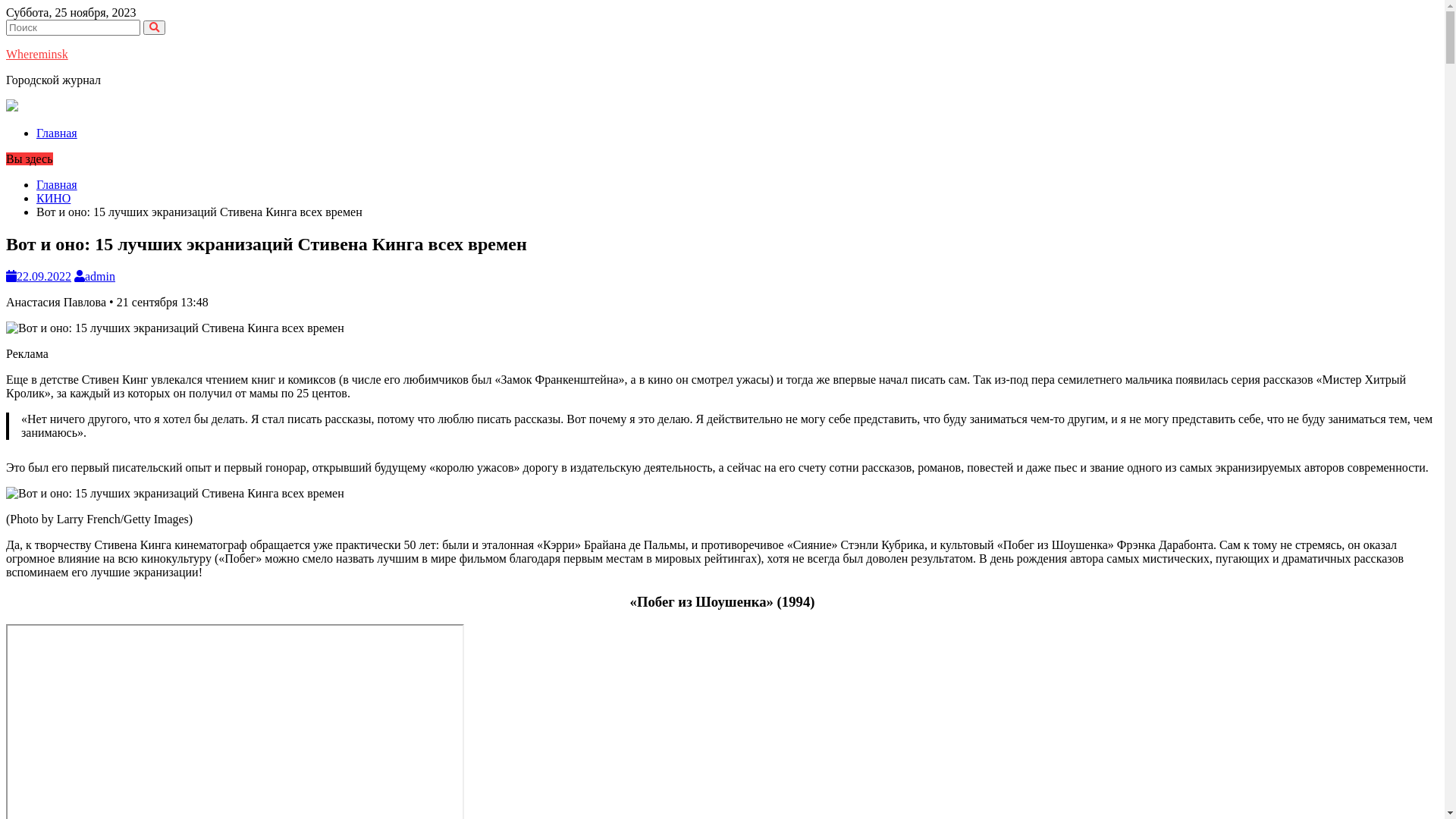 The width and height of the screenshot is (1456, 819). Describe the element at coordinates (93, 276) in the screenshot. I see `'admin'` at that location.